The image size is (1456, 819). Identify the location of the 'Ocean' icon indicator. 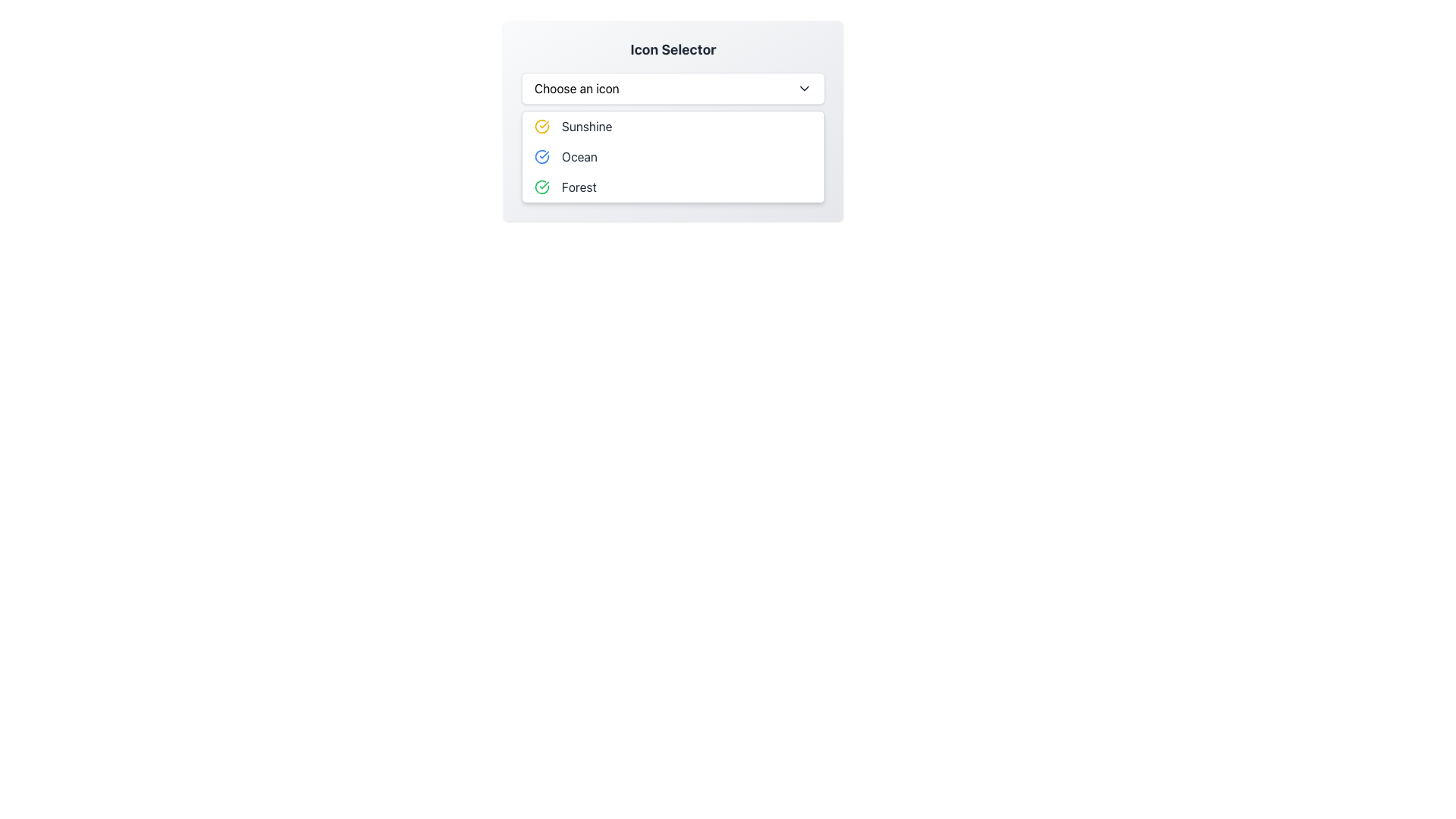
(542, 157).